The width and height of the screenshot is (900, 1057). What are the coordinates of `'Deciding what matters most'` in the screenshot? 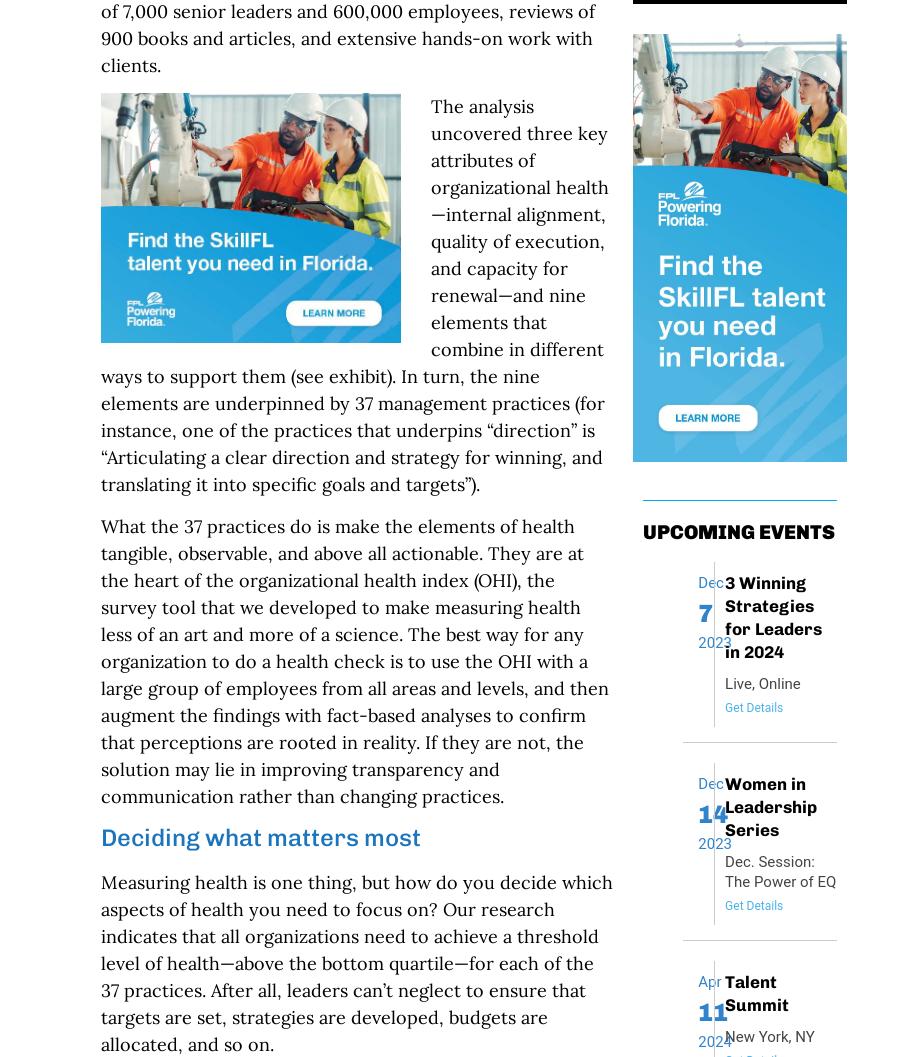 It's located at (98, 836).